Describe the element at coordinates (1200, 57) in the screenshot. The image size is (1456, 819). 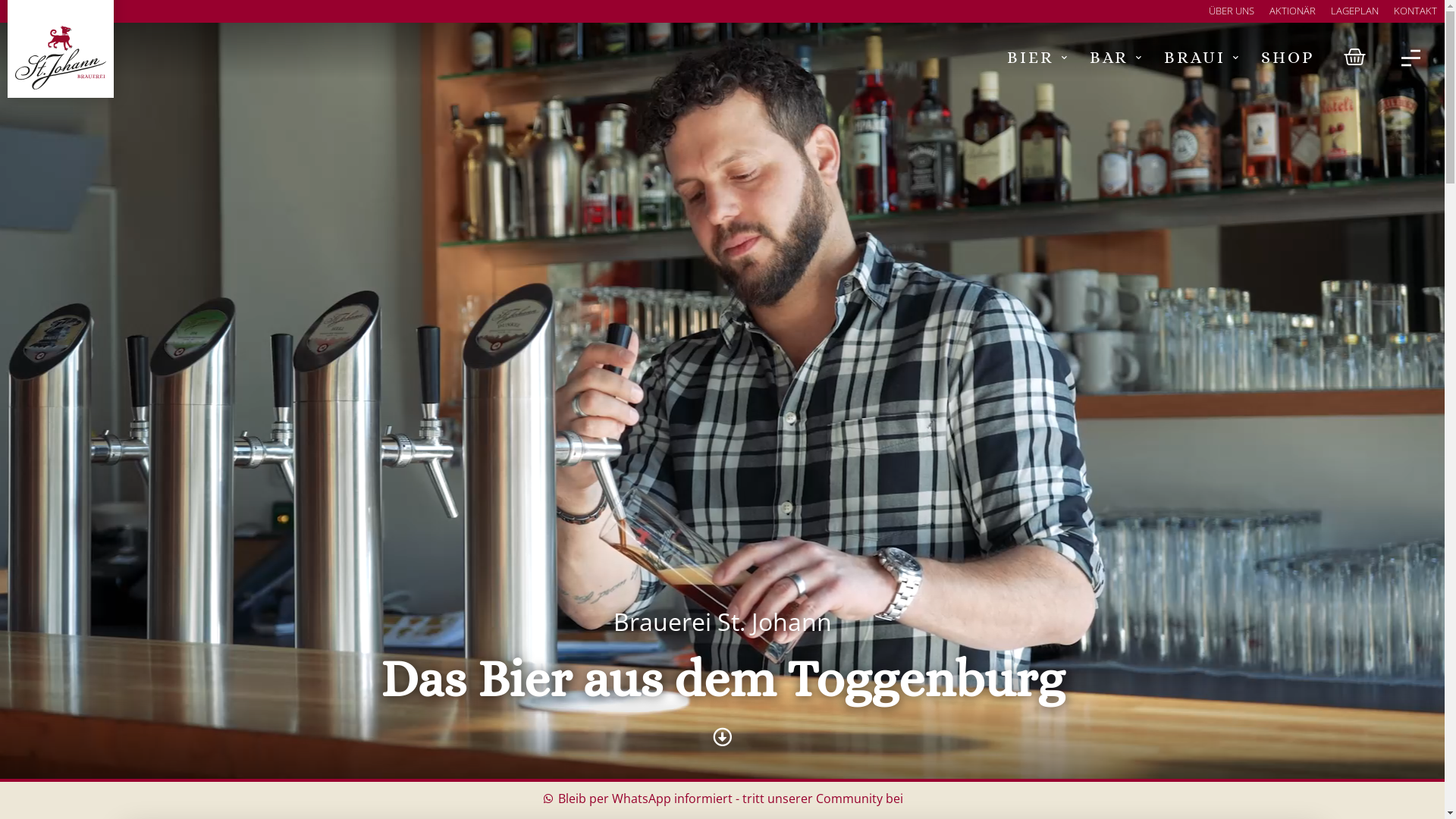
I see `'BRAUI'` at that location.